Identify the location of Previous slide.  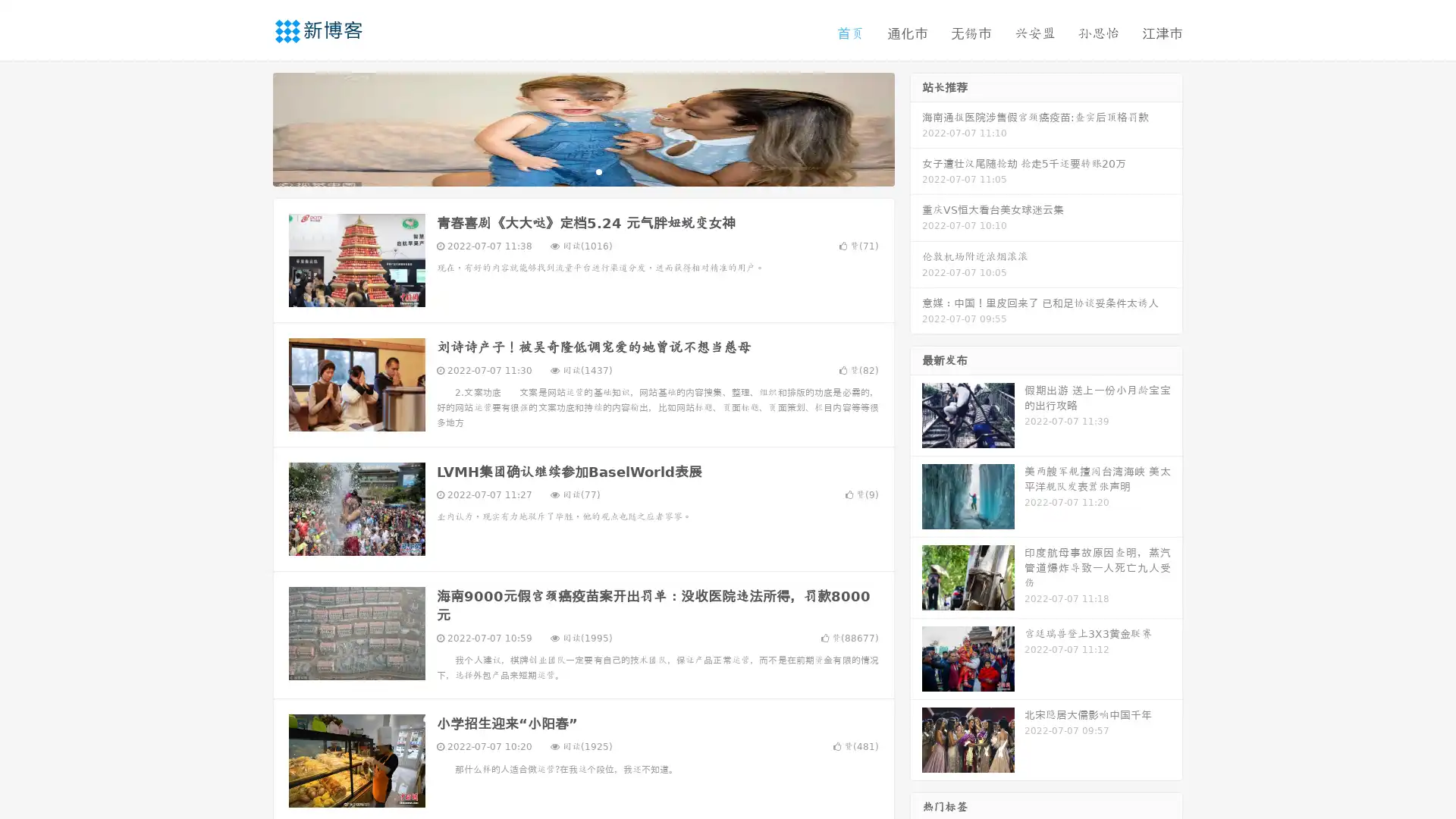
(250, 127).